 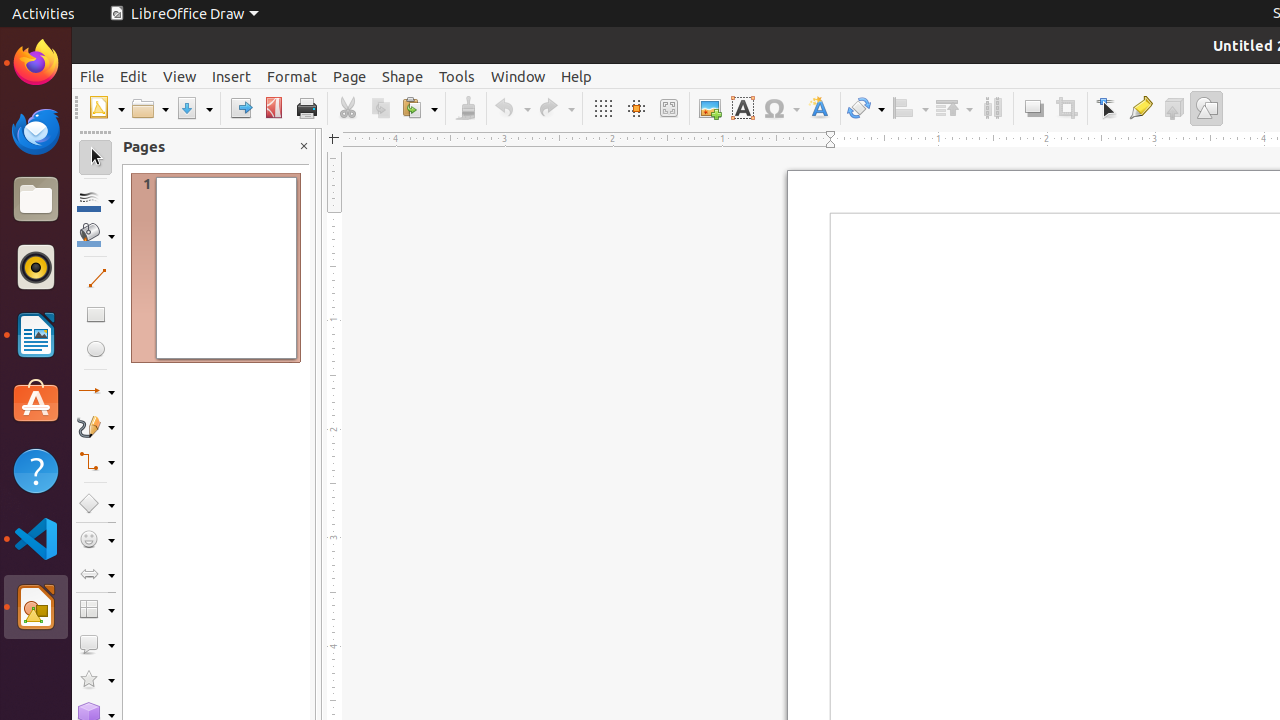 What do you see at coordinates (512, 108) in the screenshot?
I see `'Undo'` at bounding box center [512, 108].